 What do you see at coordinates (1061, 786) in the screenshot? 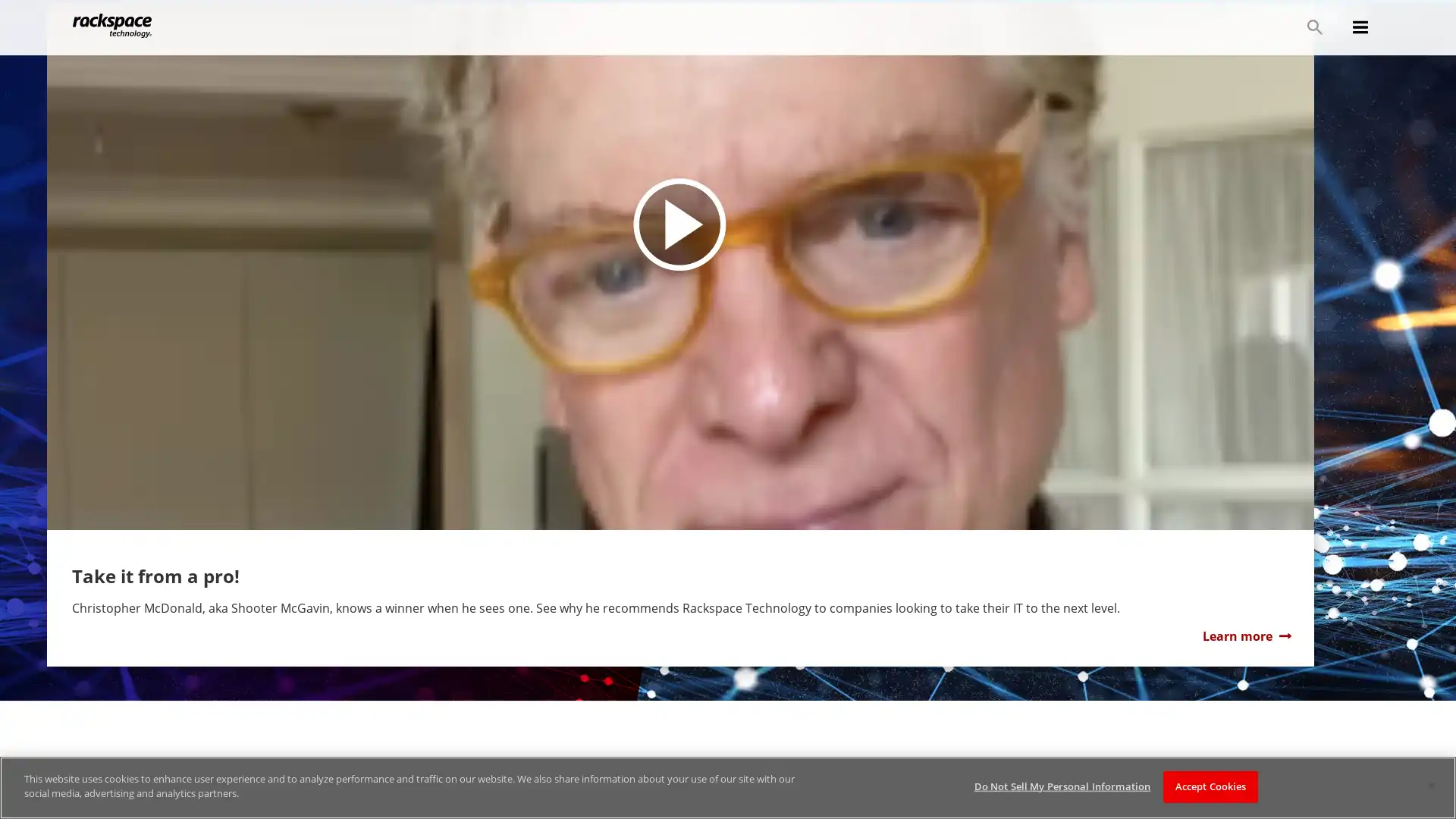
I see `Do Not Sell My Personal Information` at bounding box center [1061, 786].